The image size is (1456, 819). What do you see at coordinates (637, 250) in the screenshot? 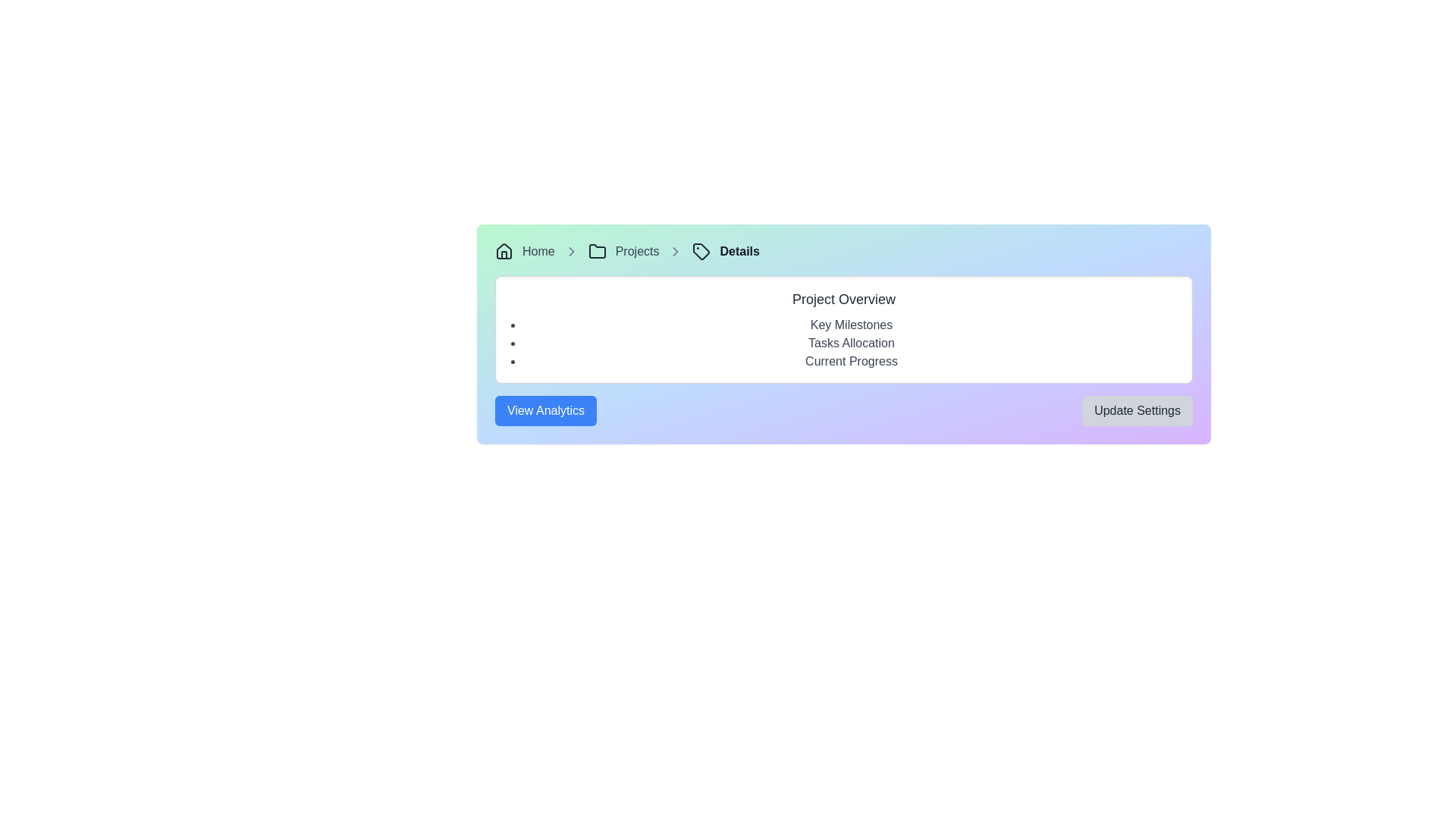
I see `the third clickable text item in the breadcrumb navigation bar` at bounding box center [637, 250].